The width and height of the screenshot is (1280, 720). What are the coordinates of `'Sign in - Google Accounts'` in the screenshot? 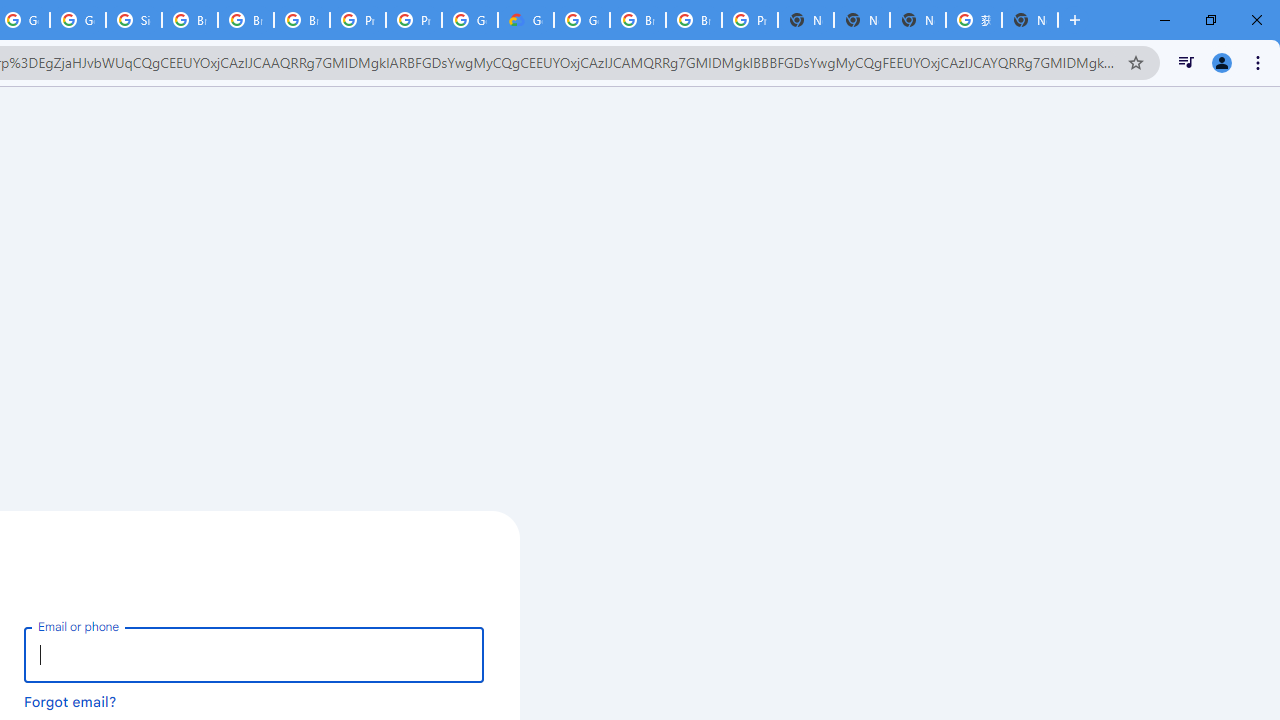 It's located at (133, 20).